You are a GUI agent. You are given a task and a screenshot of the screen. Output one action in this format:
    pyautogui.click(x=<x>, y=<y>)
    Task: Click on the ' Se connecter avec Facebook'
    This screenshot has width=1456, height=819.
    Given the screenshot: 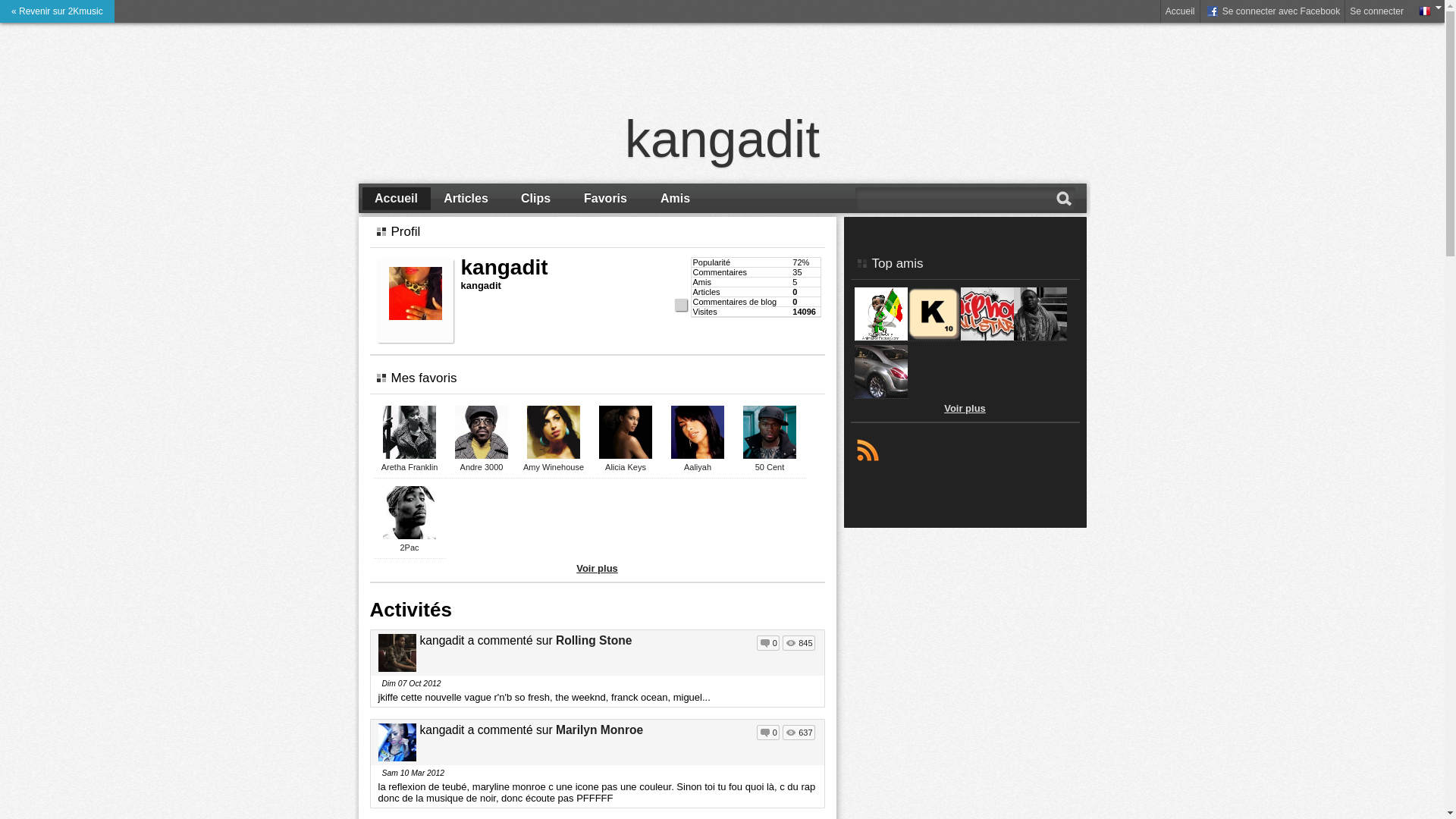 What is the action you would take?
    pyautogui.click(x=1272, y=11)
    